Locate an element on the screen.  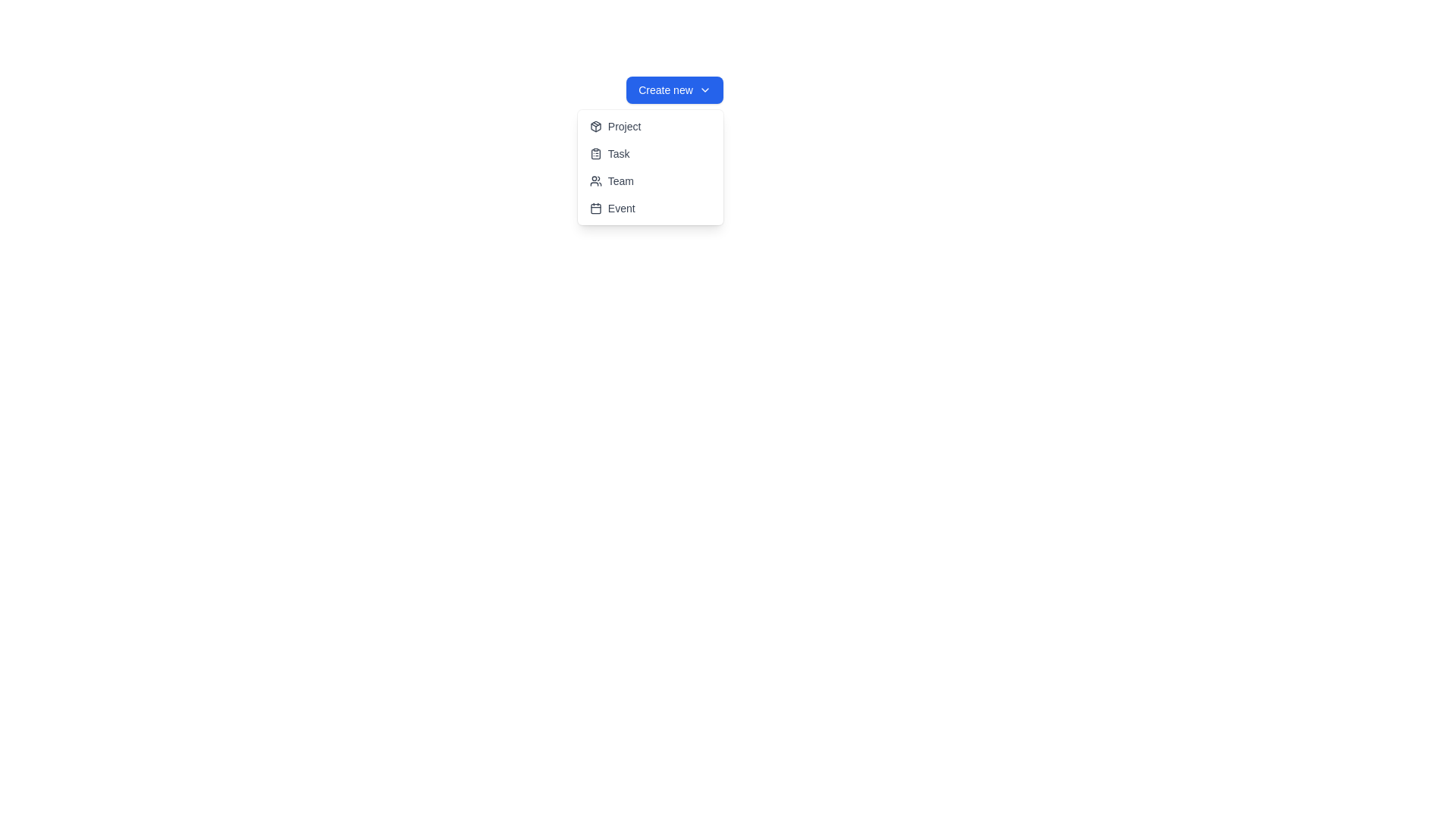
the user group icon in the dropdown menu under the 'Create new' button, specifically located to the left of the 'Team' label is located at coordinates (595, 180).